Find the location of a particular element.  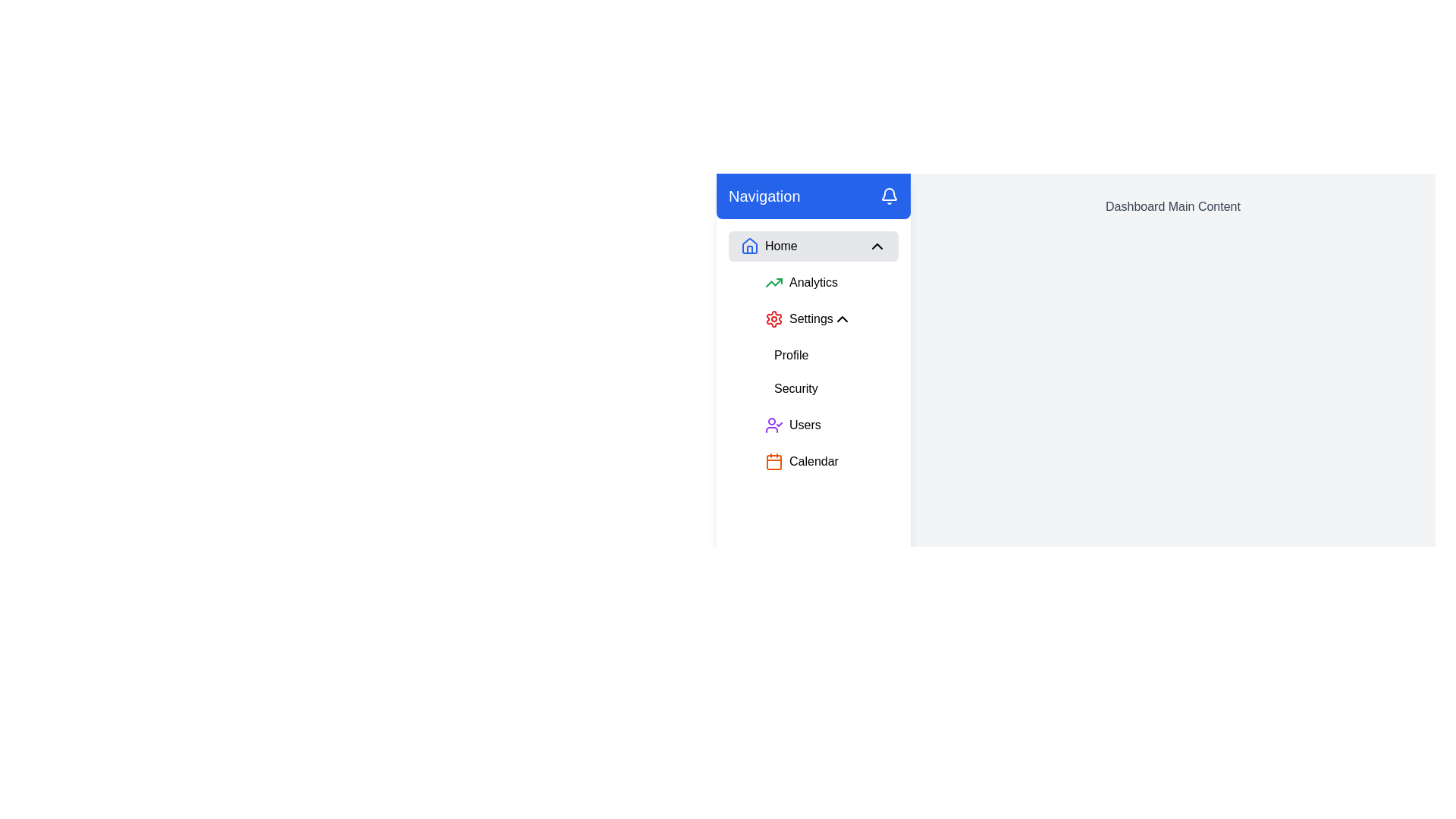

the chevron icon located on the right side of the 'Home' menu item is located at coordinates (877, 245).